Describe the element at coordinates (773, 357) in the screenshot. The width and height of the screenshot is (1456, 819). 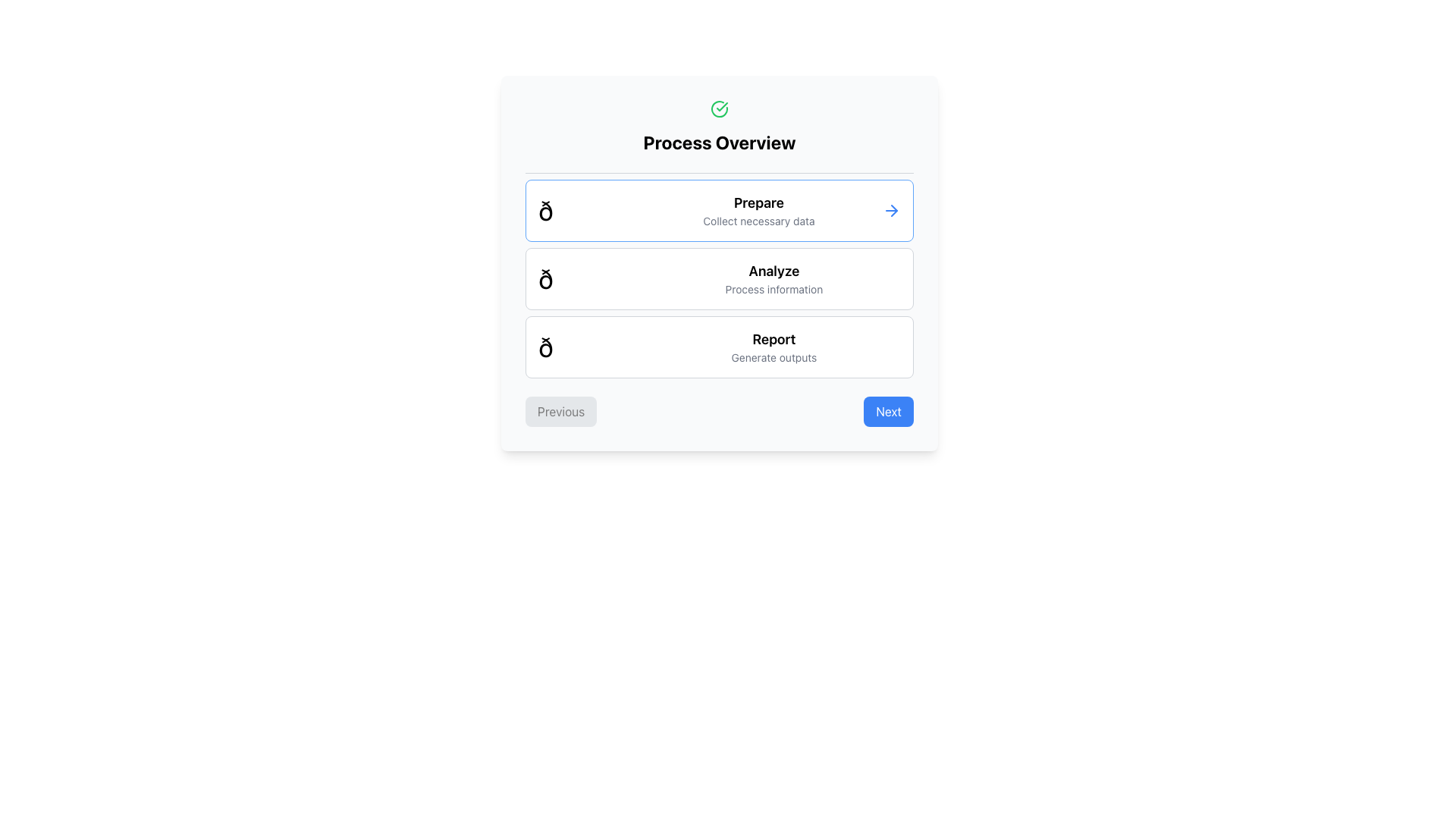
I see `the text label element that reads 'Generate outputs', styled in gray and located below the bold text 'Report'` at that location.